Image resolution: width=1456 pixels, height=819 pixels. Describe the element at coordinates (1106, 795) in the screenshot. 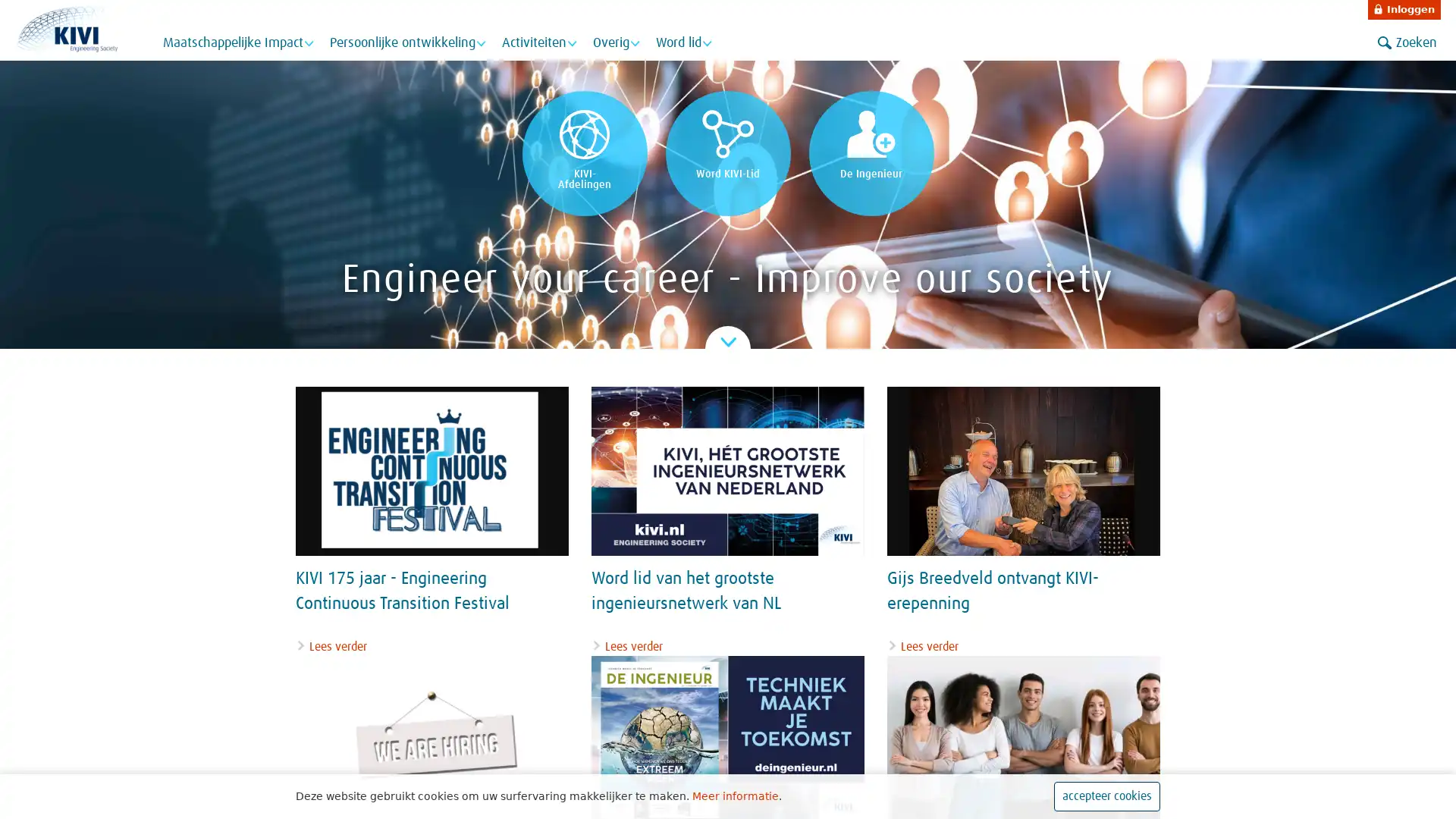

I see `accepteer cookies` at that location.